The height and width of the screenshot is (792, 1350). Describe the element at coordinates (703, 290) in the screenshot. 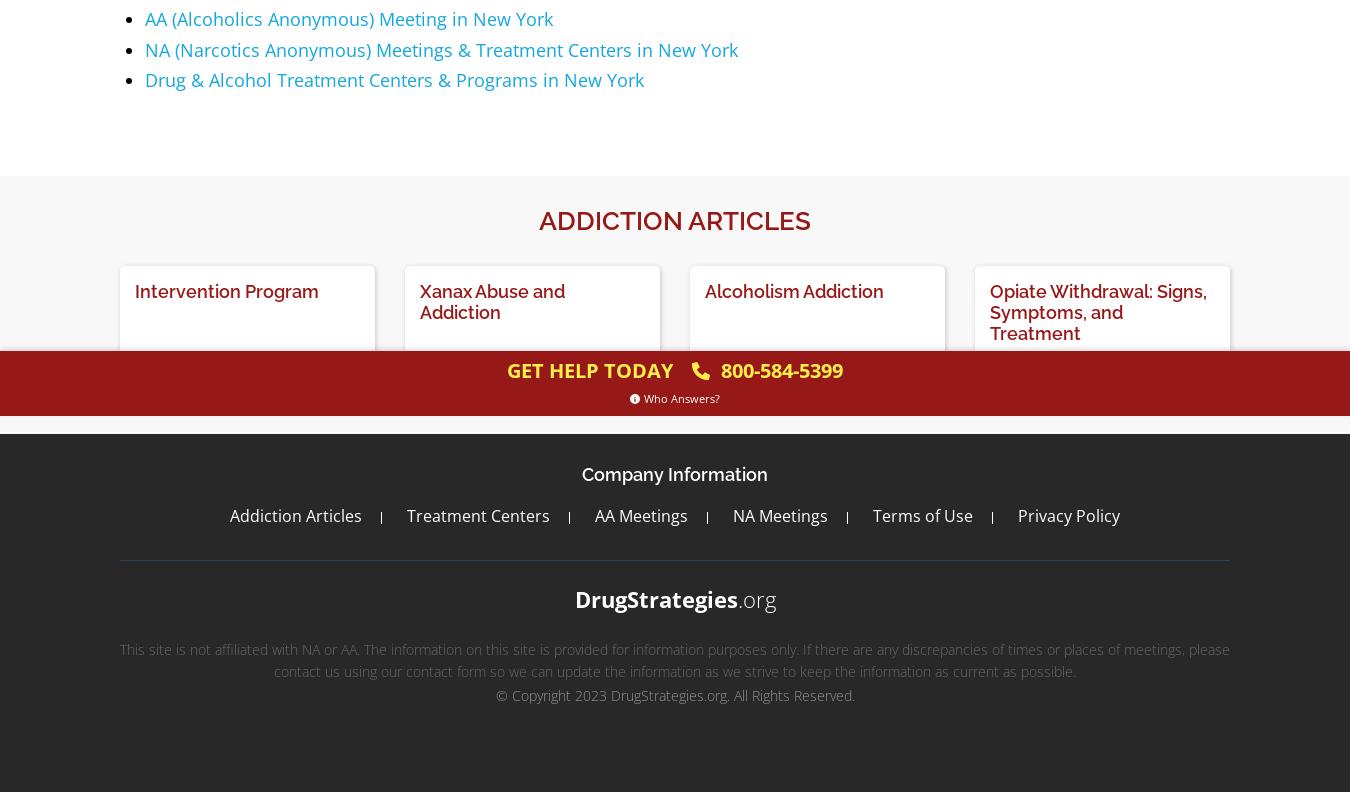

I see `'Alcoholism Addiction'` at that location.